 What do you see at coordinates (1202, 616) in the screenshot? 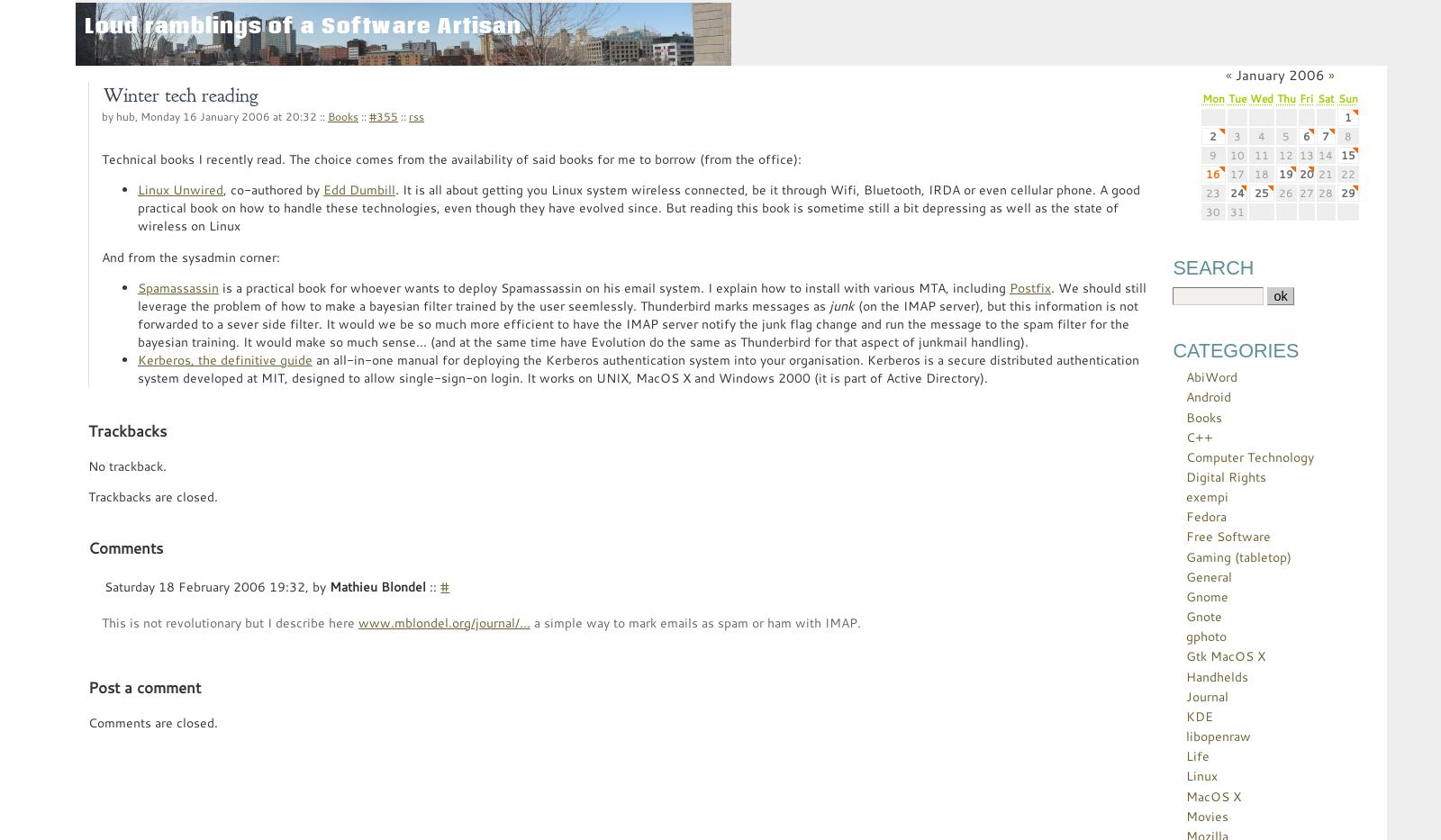
I see `'Gnote'` at bounding box center [1202, 616].